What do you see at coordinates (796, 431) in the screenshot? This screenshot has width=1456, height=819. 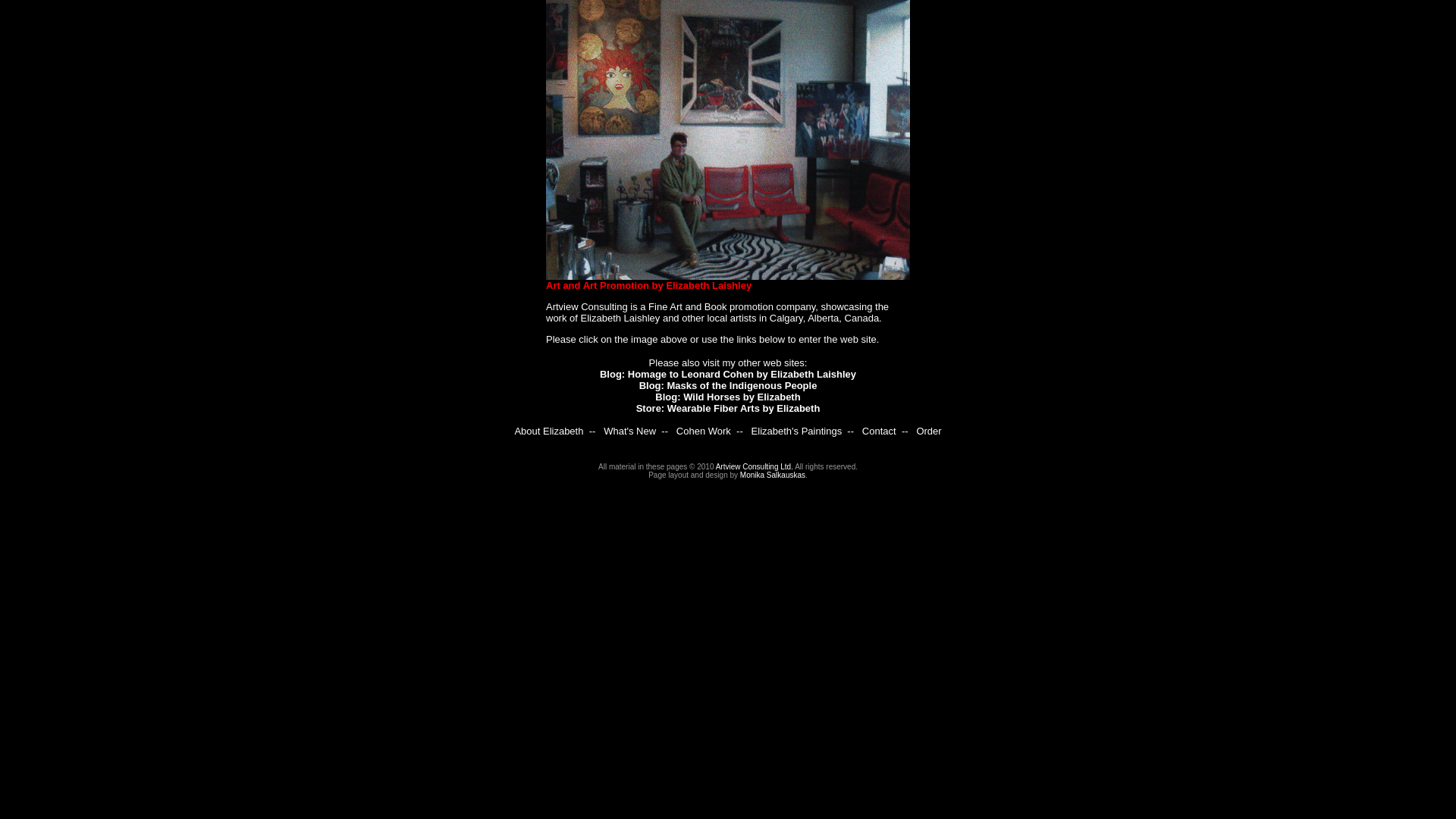 I see `'Elizabeth's Paintings'` at bounding box center [796, 431].